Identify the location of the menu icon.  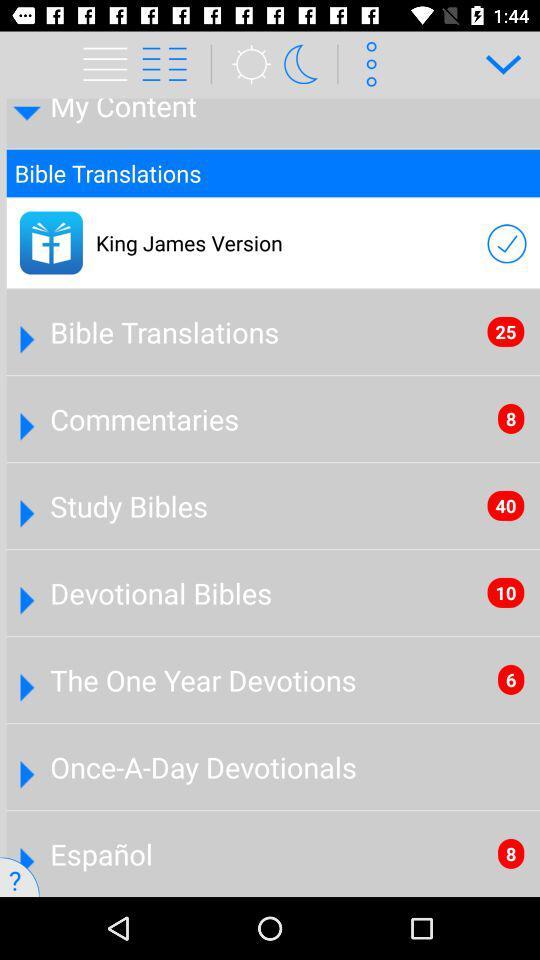
(108, 64).